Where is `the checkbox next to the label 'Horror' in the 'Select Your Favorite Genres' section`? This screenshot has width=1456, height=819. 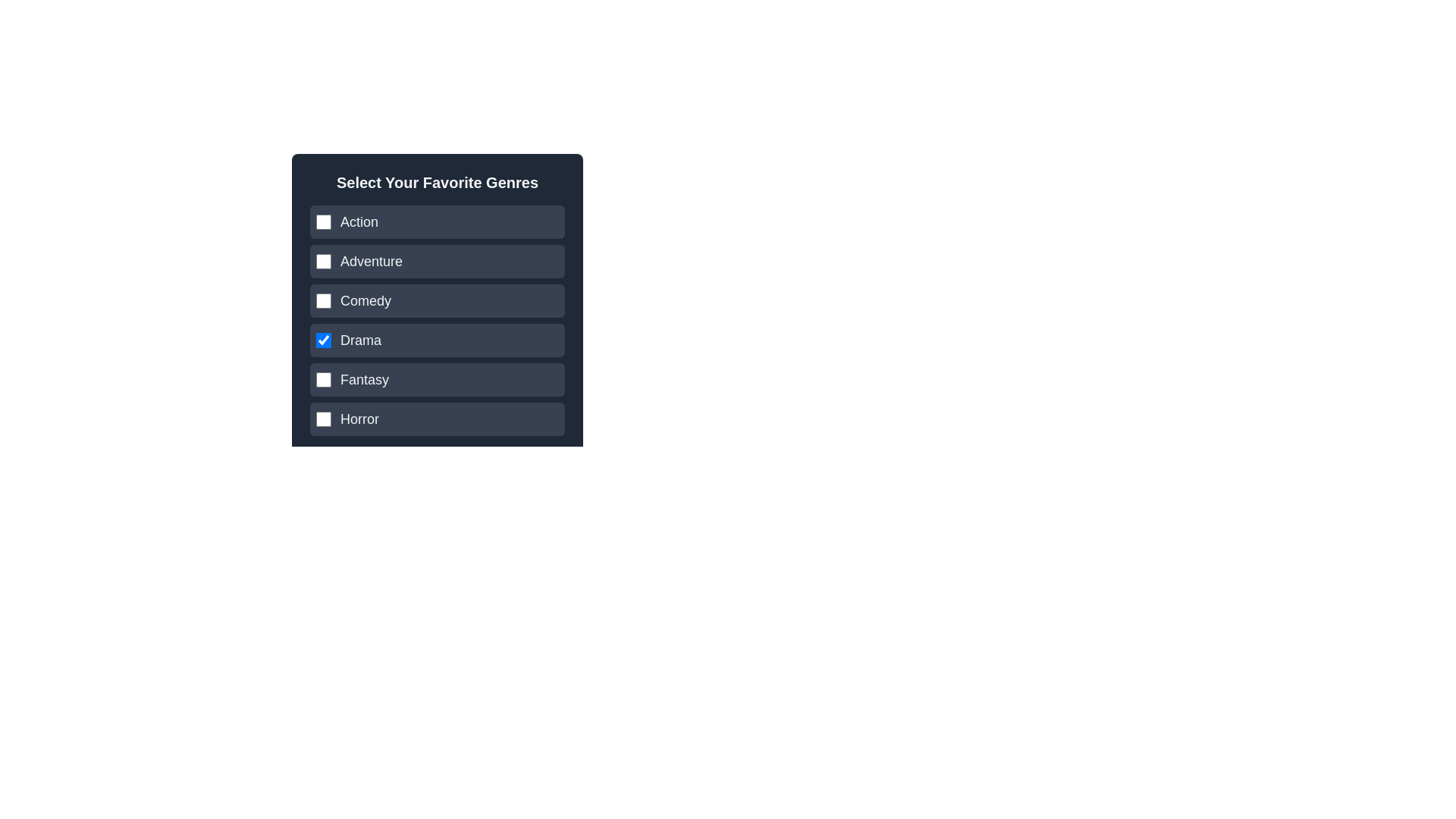 the checkbox next to the label 'Horror' in the 'Select Your Favorite Genres' section is located at coordinates (323, 419).